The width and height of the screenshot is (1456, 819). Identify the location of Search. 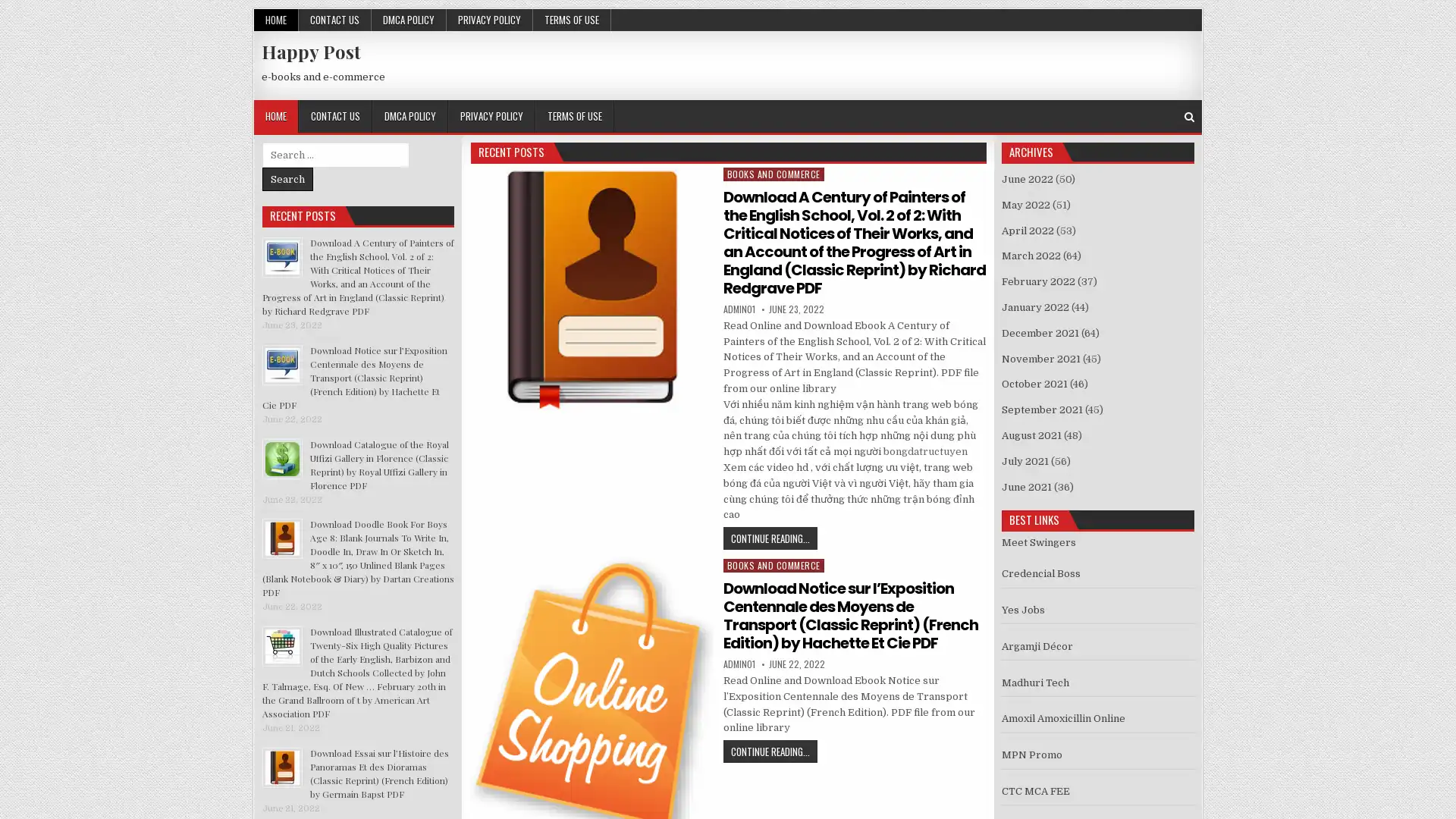
(287, 178).